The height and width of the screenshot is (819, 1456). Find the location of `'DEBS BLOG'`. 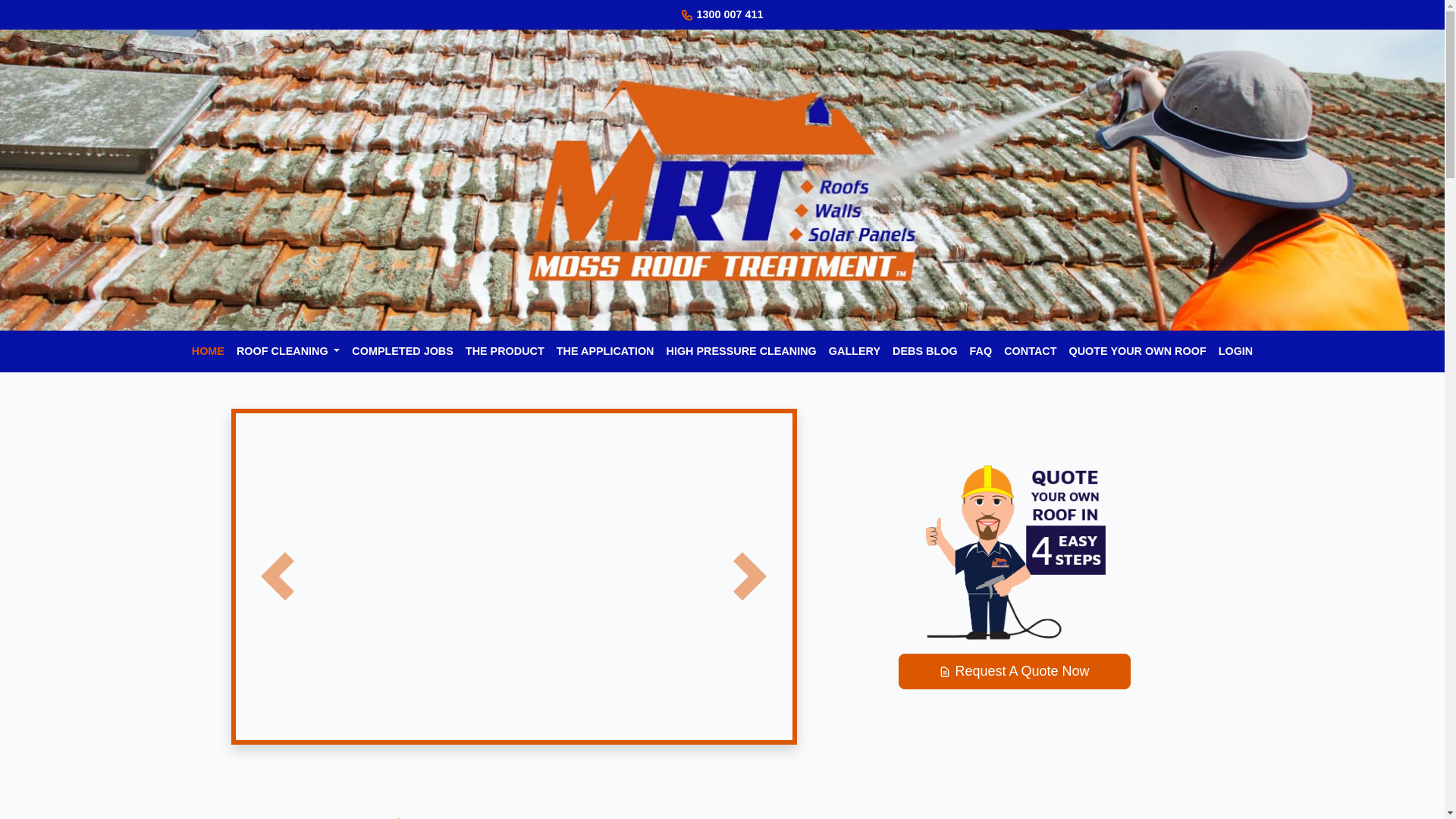

'DEBS BLOG' is located at coordinates (924, 351).